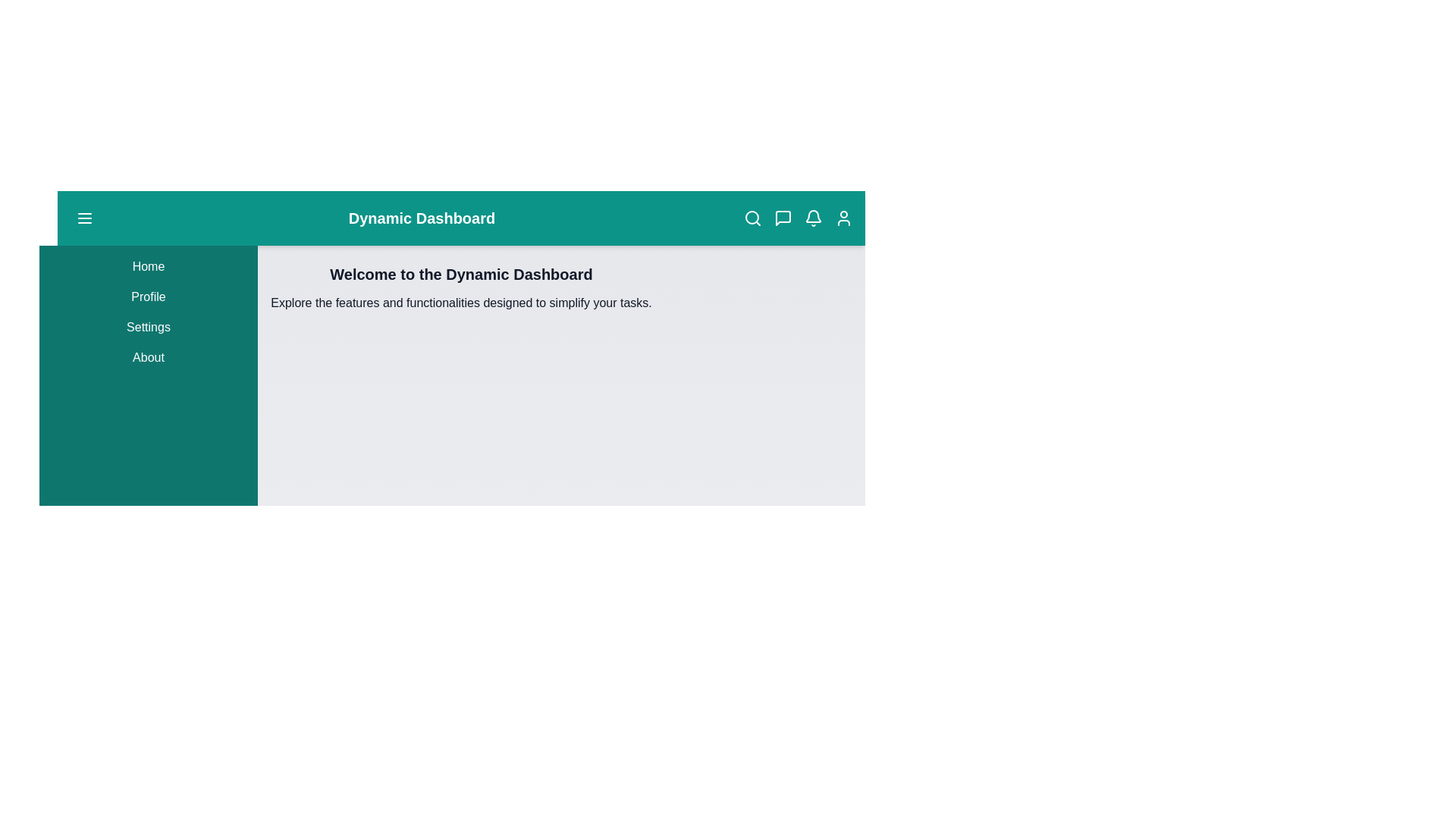  I want to click on the menu item Profile in the sidebar, so click(149, 297).